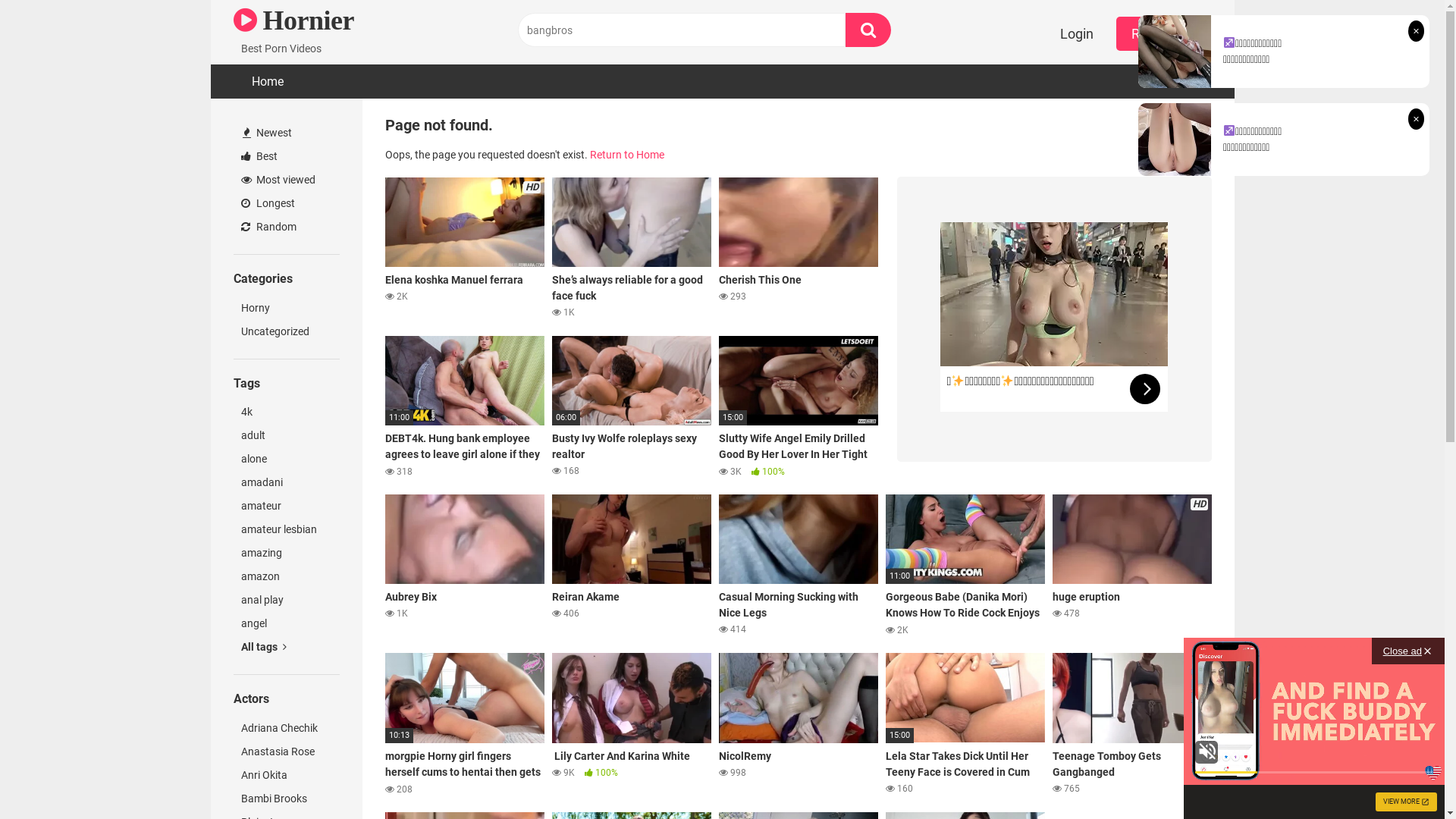 This screenshot has width=1456, height=819. I want to click on 'Longest', so click(287, 202).